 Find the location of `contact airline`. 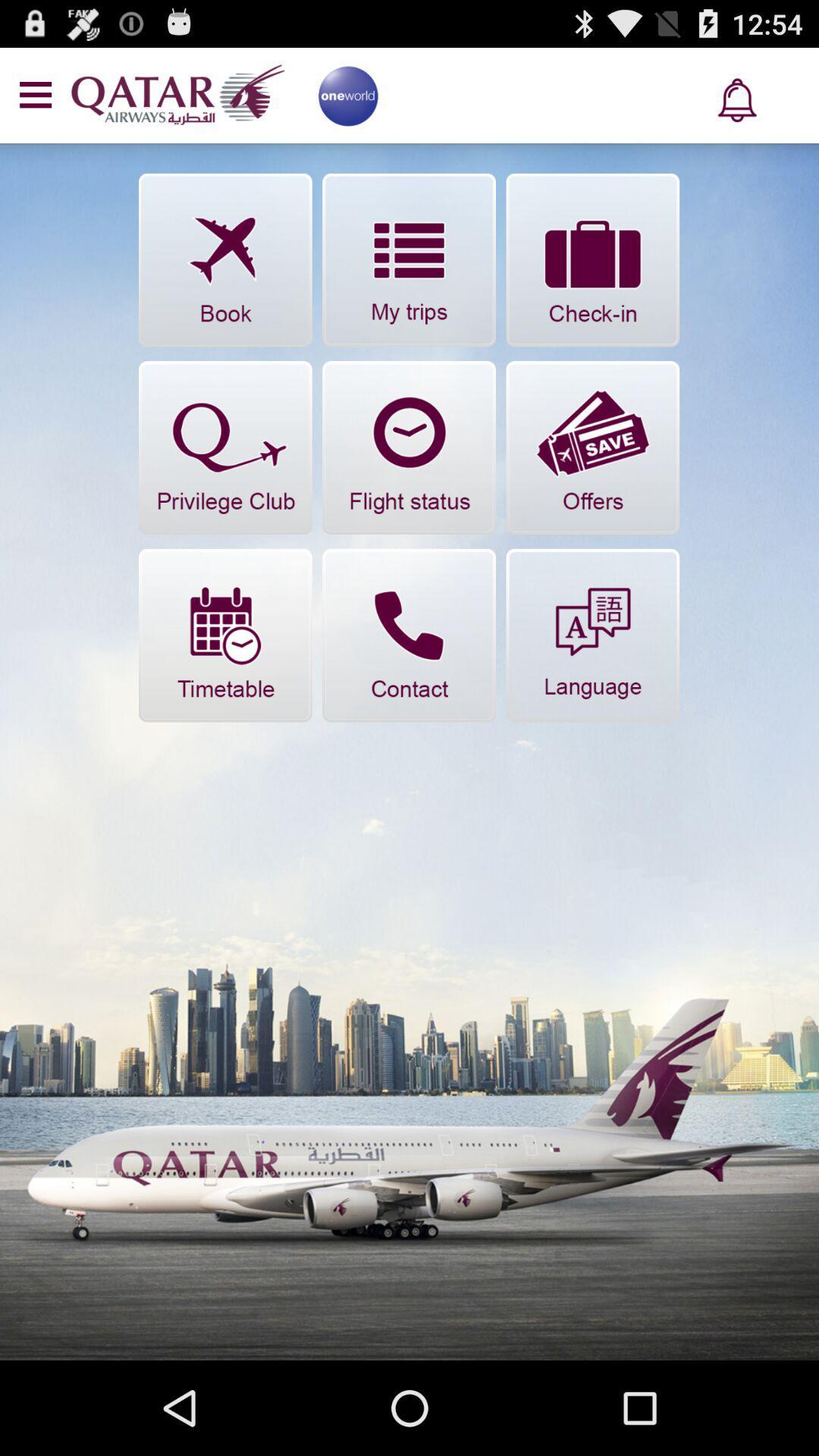

contact airline is located at coordinates (408, 635).